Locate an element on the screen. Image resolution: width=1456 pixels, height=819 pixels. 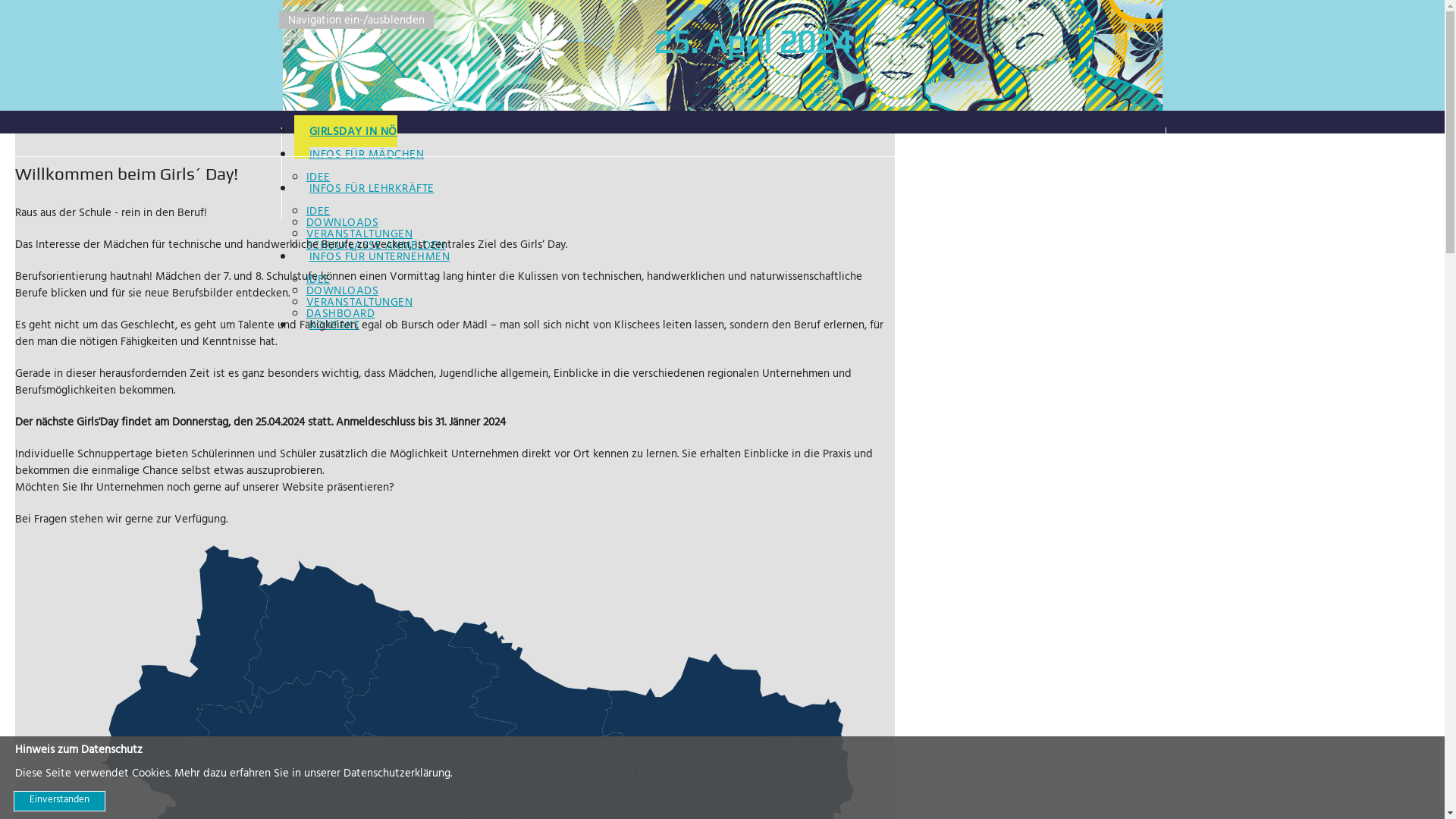
'VERANSTALTUNGEN' is located at coordinates (359, 235).